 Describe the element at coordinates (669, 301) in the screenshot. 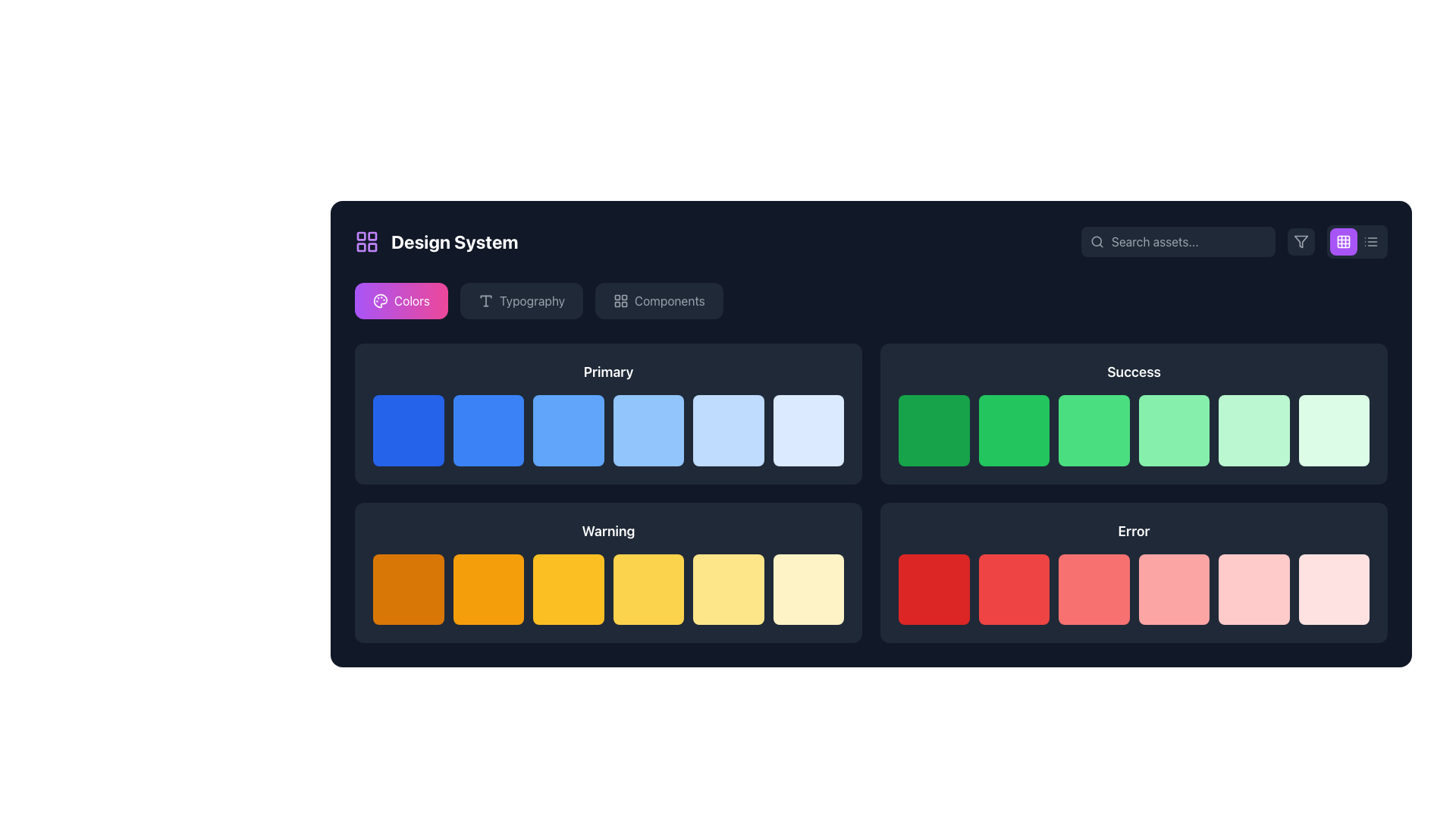

I see `the label text within the button located in the horizontal menu row, which is positioned to the right of a grid icon` at that location.